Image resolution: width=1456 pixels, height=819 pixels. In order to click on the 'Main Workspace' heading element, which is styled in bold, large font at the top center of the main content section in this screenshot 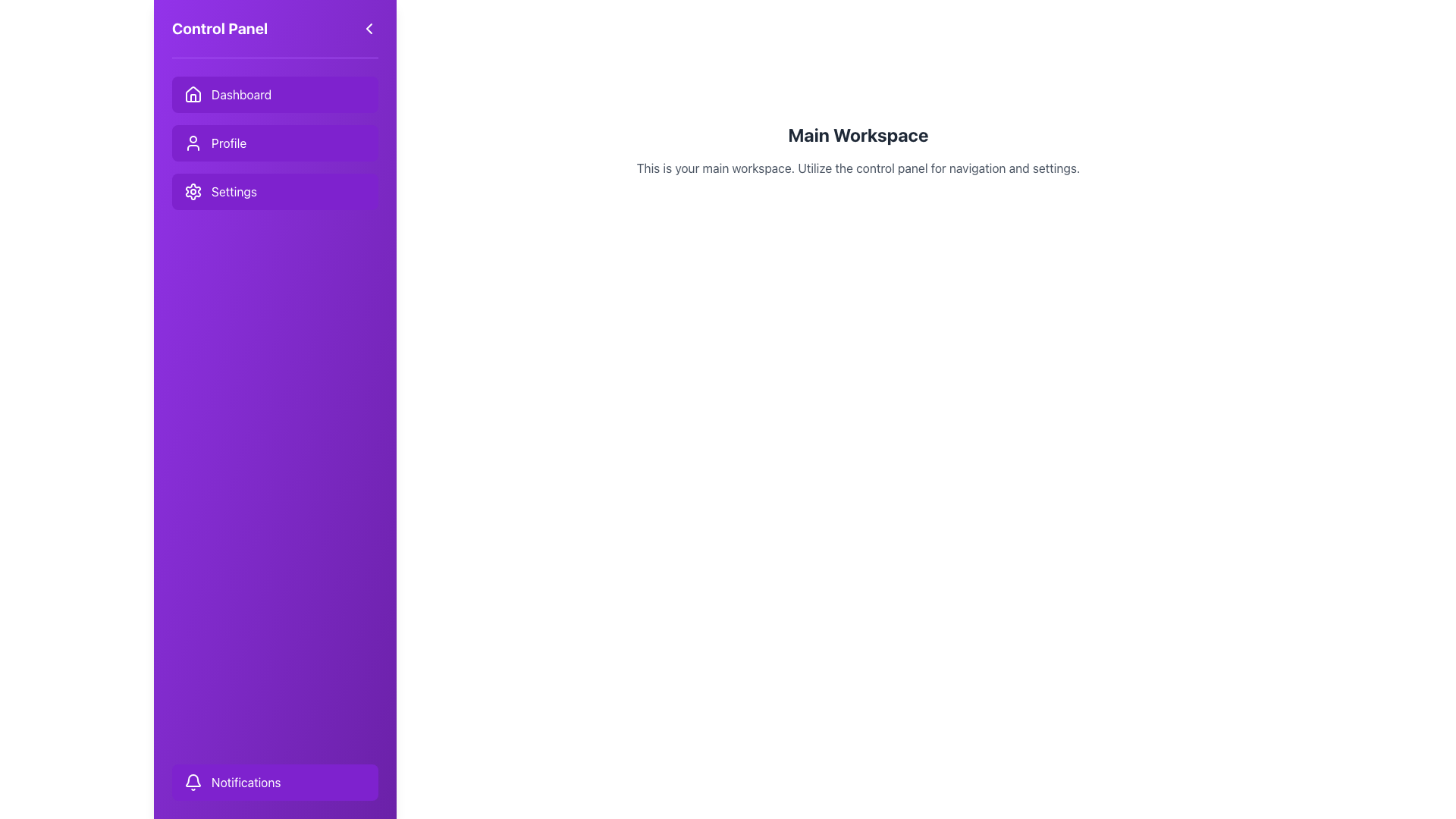, I will do `click(858, 133)`.